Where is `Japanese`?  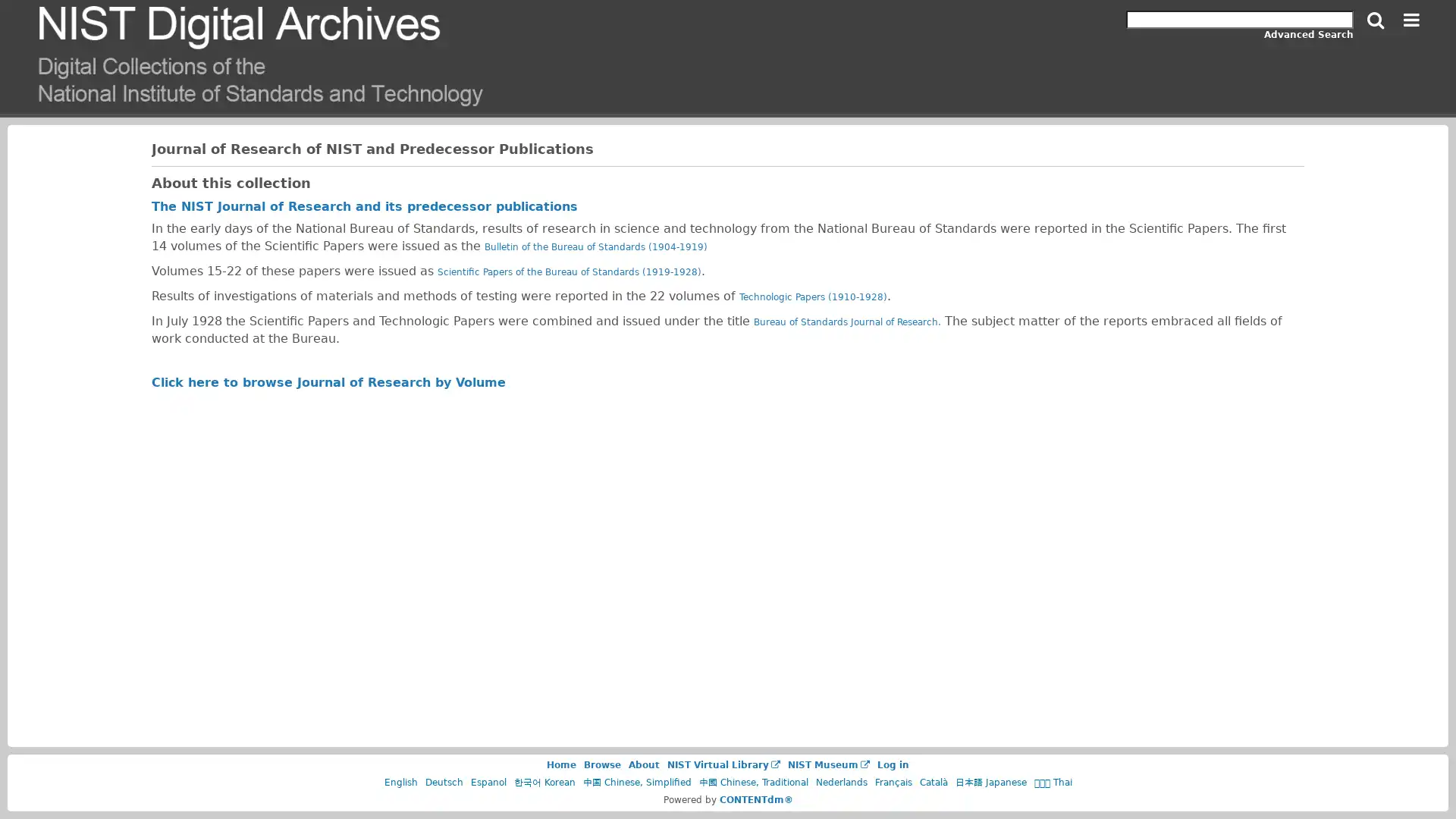
Japanese is located at coordinates (990, 783).